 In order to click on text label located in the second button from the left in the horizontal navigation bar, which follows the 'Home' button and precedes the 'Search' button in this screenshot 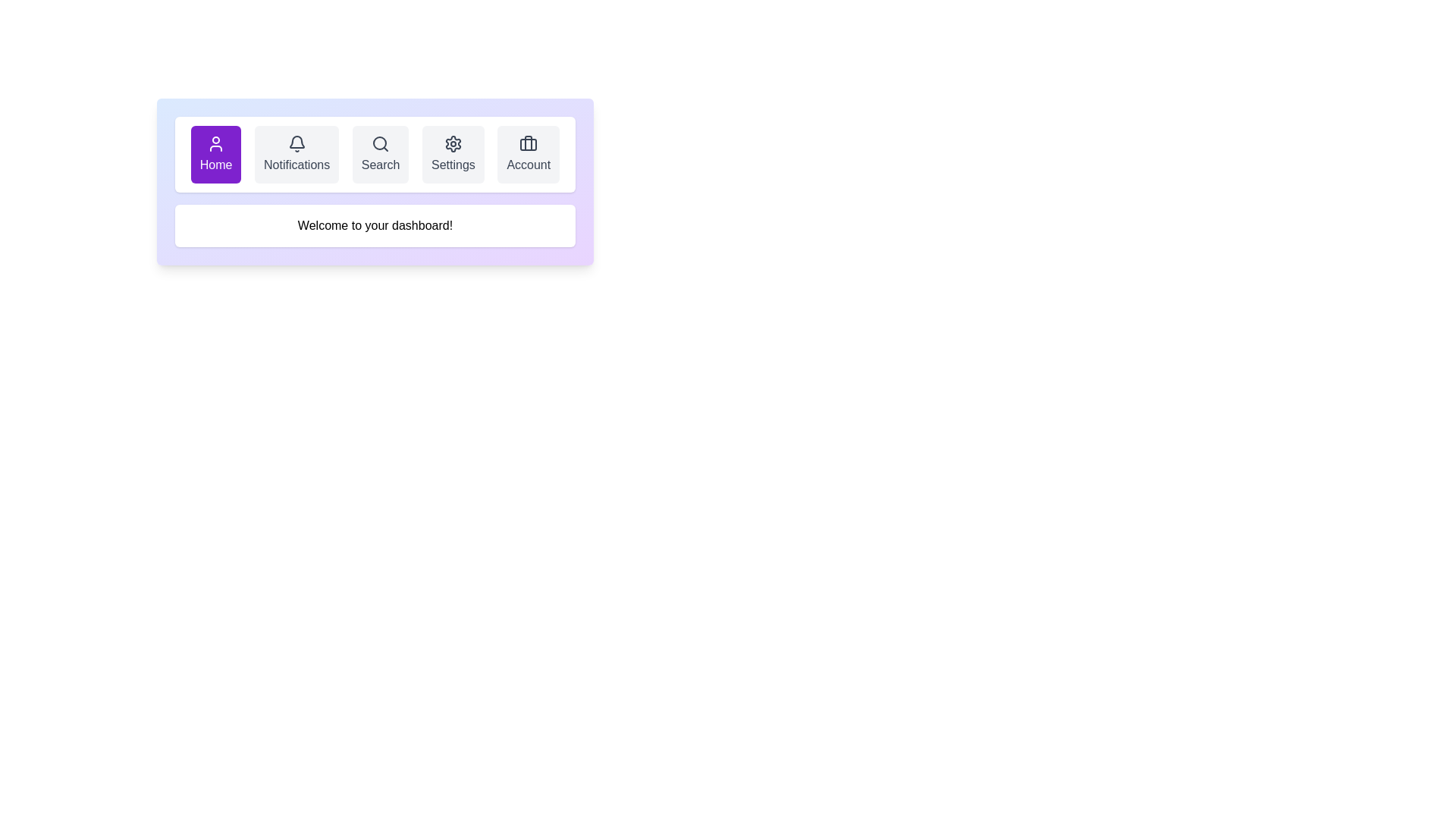, I will do `click(297, 165)`.